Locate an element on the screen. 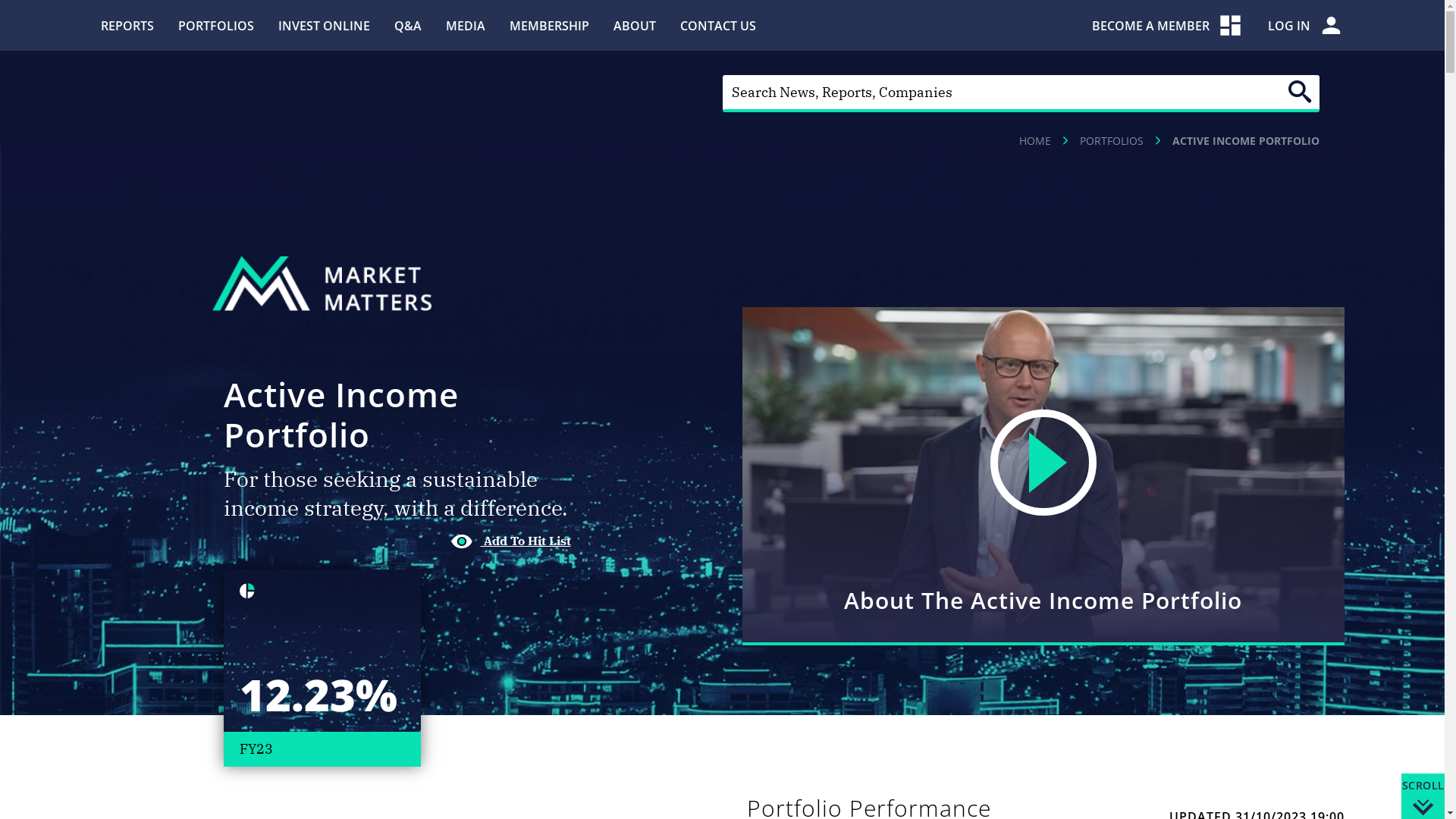 The image size is (1456, 819). 'HOME' is located at coordinates (1034, 140).